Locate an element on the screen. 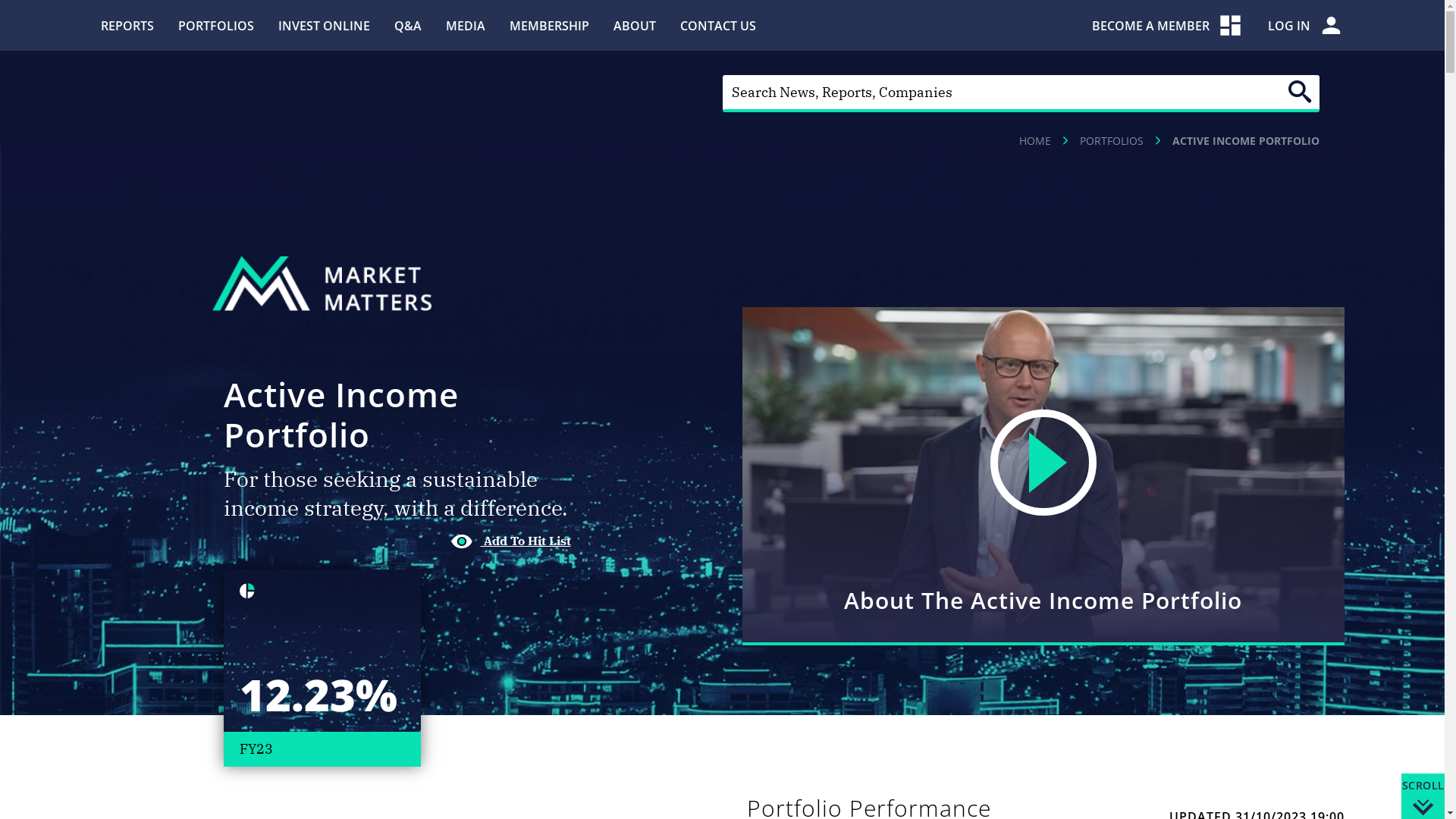 The image size is (1456, 819). 'HOME' is located at coordinates (1034, 140).